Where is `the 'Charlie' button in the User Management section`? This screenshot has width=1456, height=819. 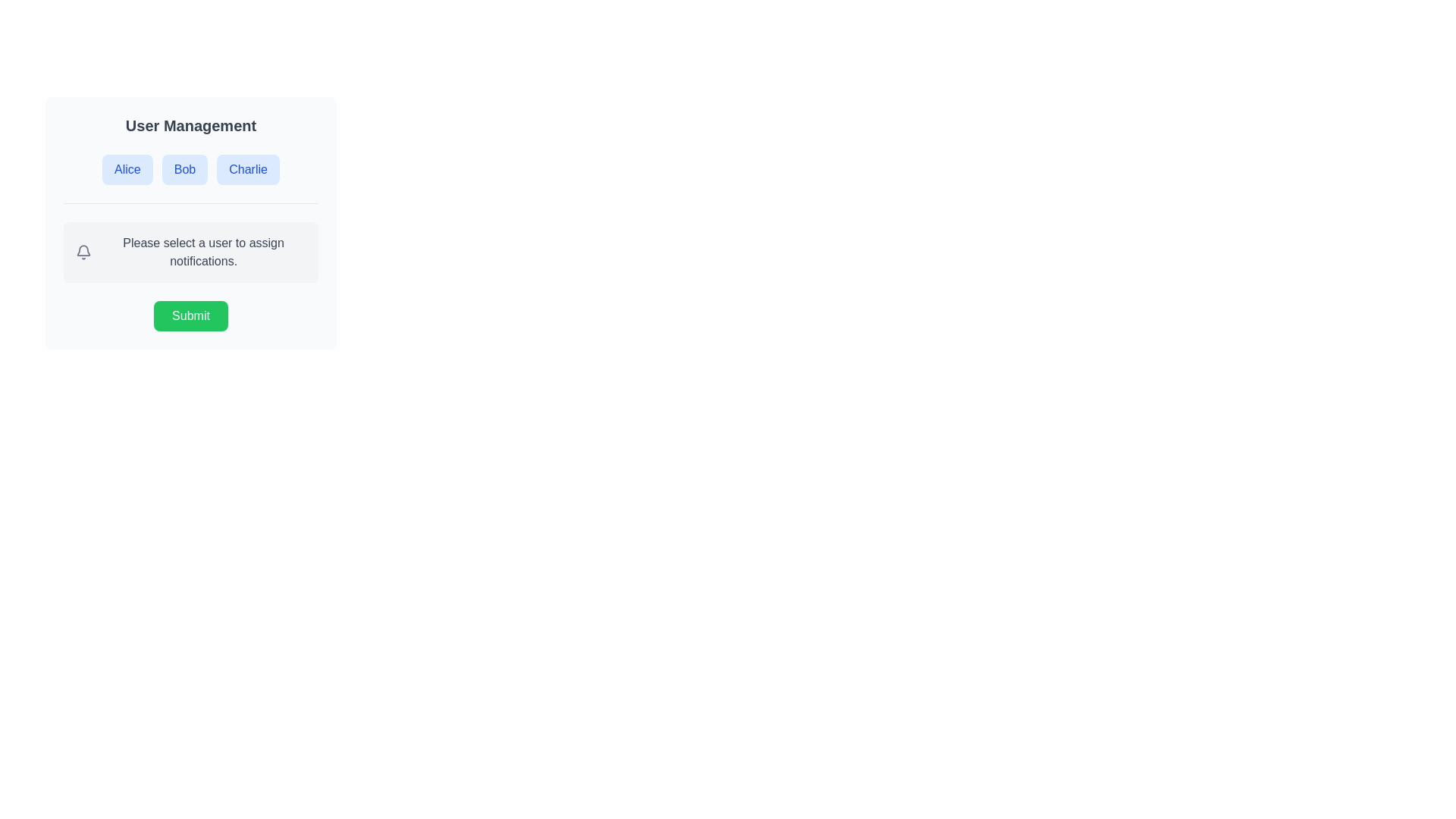 the 'Charlie' button in the User Management section is located at coordinates (248, 169).